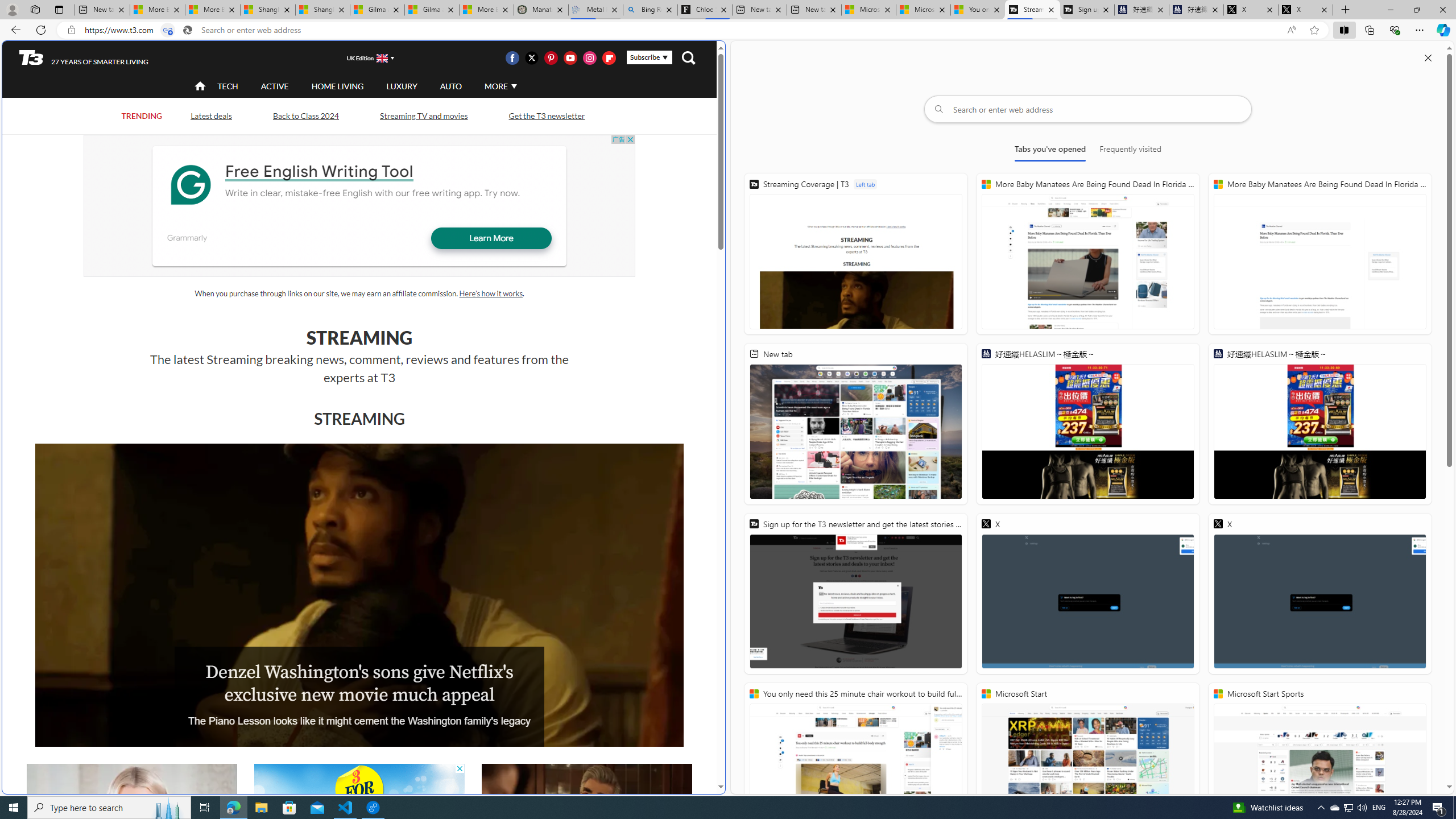  I want to click on 'Streaming Coverage | T3', so click(855, 253).